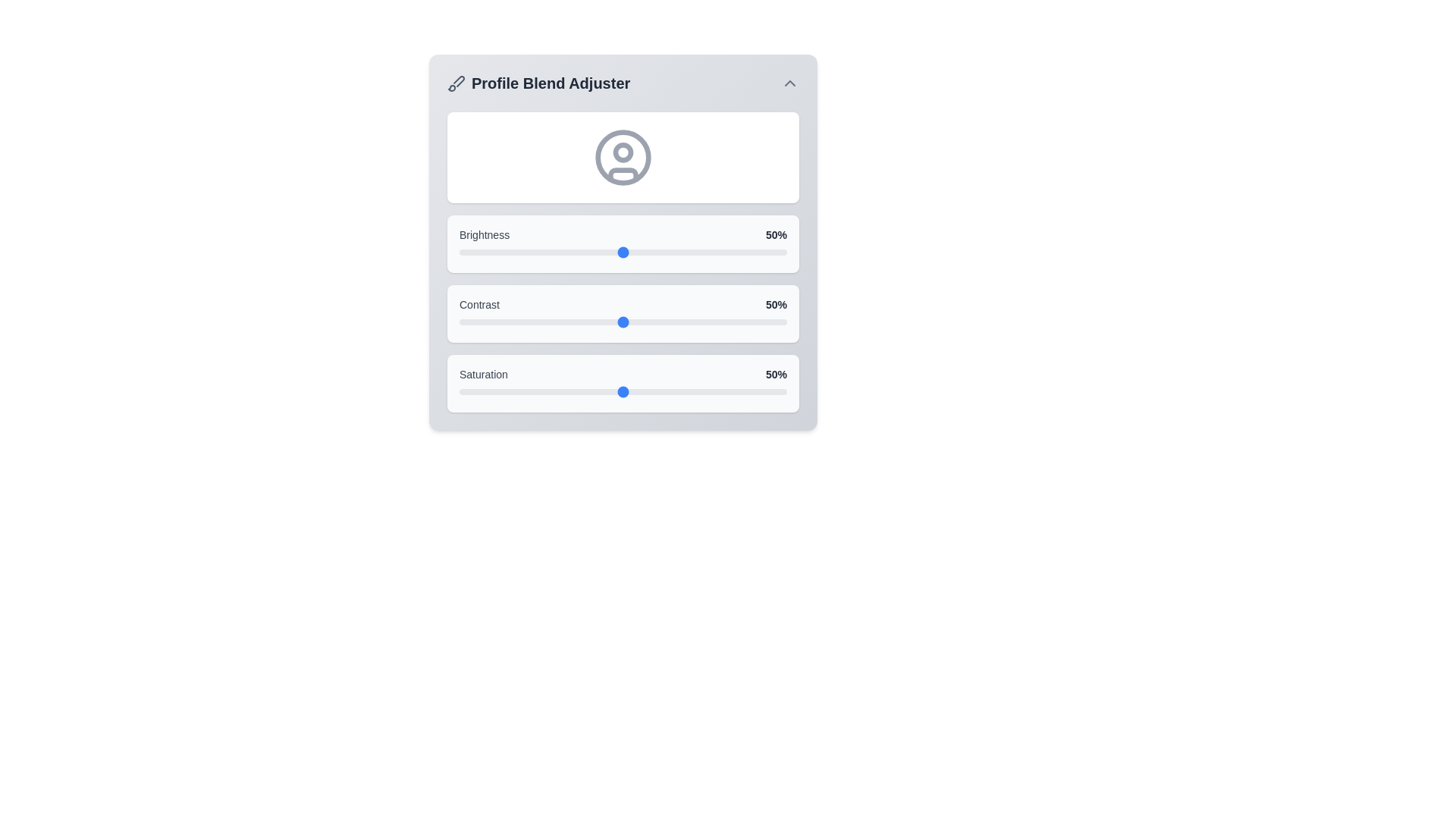  Describe the element at coordinates (639, 321) in the screenshot. I see `contrast` at that location.